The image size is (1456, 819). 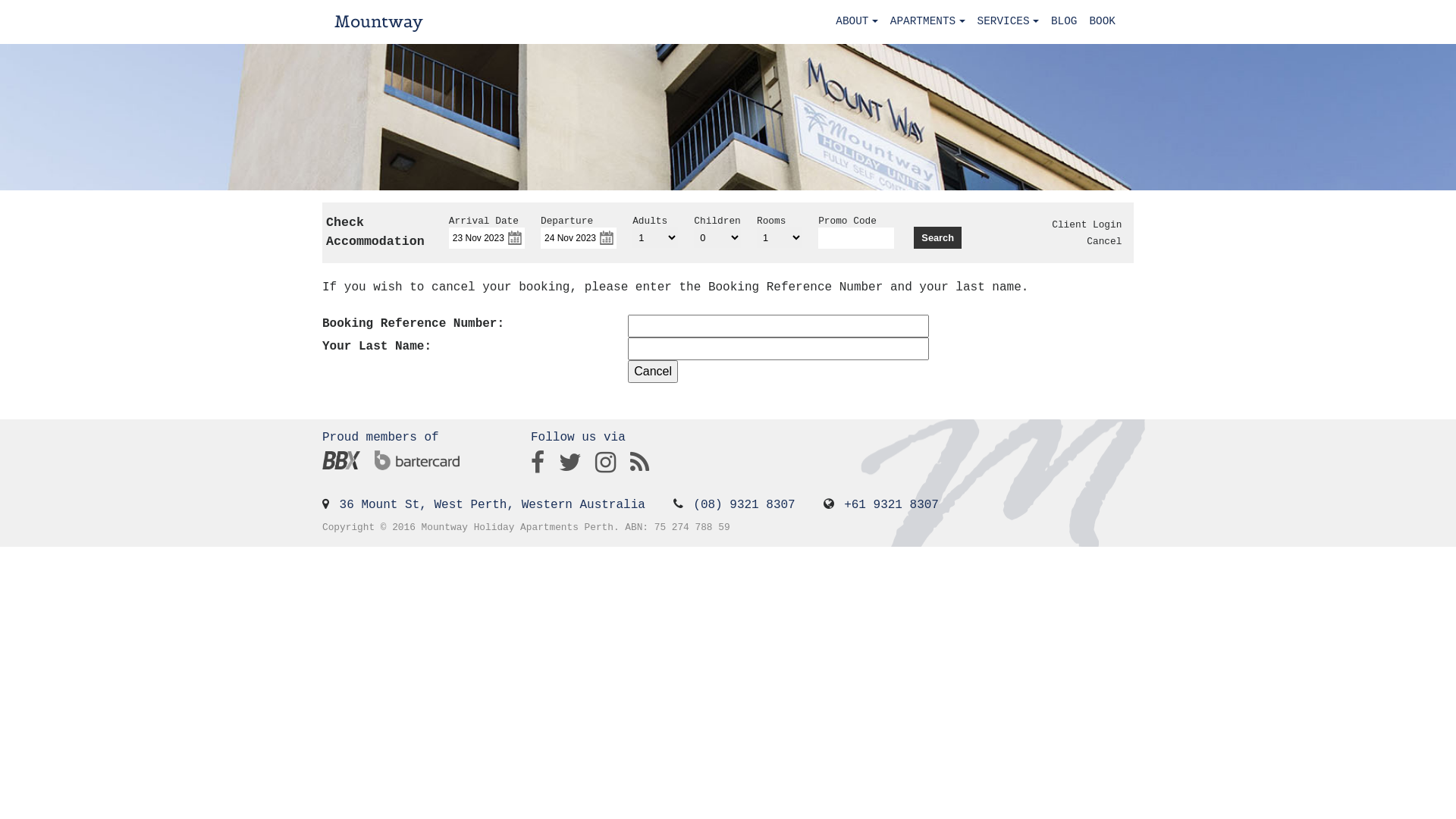 What do you see at coordinates (743, 505) in the screenshot?
I see `'(08) 9321 8307'` at bounding box center [743, 505].